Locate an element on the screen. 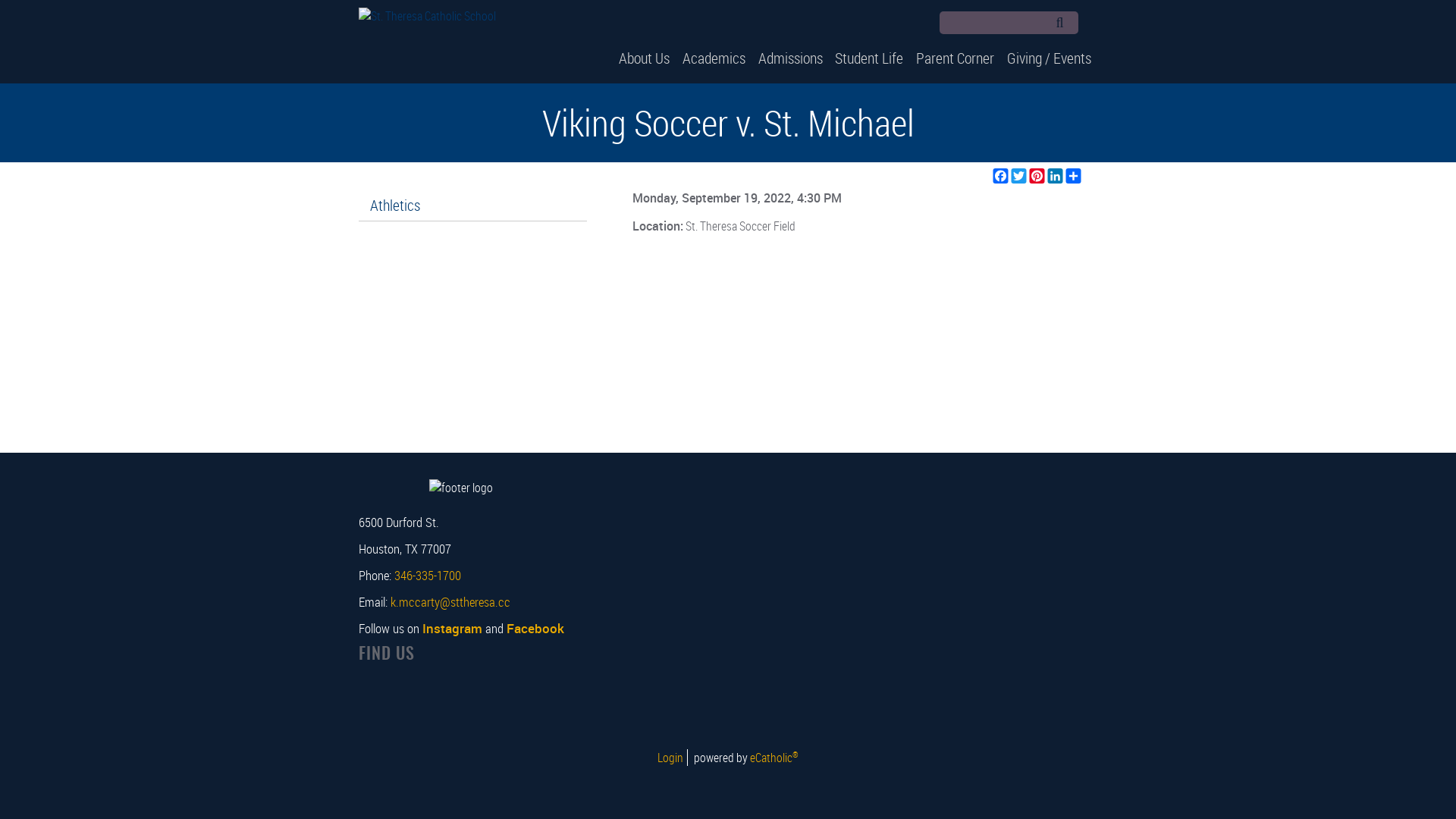 This screenshot has width=1456, height=819. 'Facebook' is located at coordinates (1092, 24).